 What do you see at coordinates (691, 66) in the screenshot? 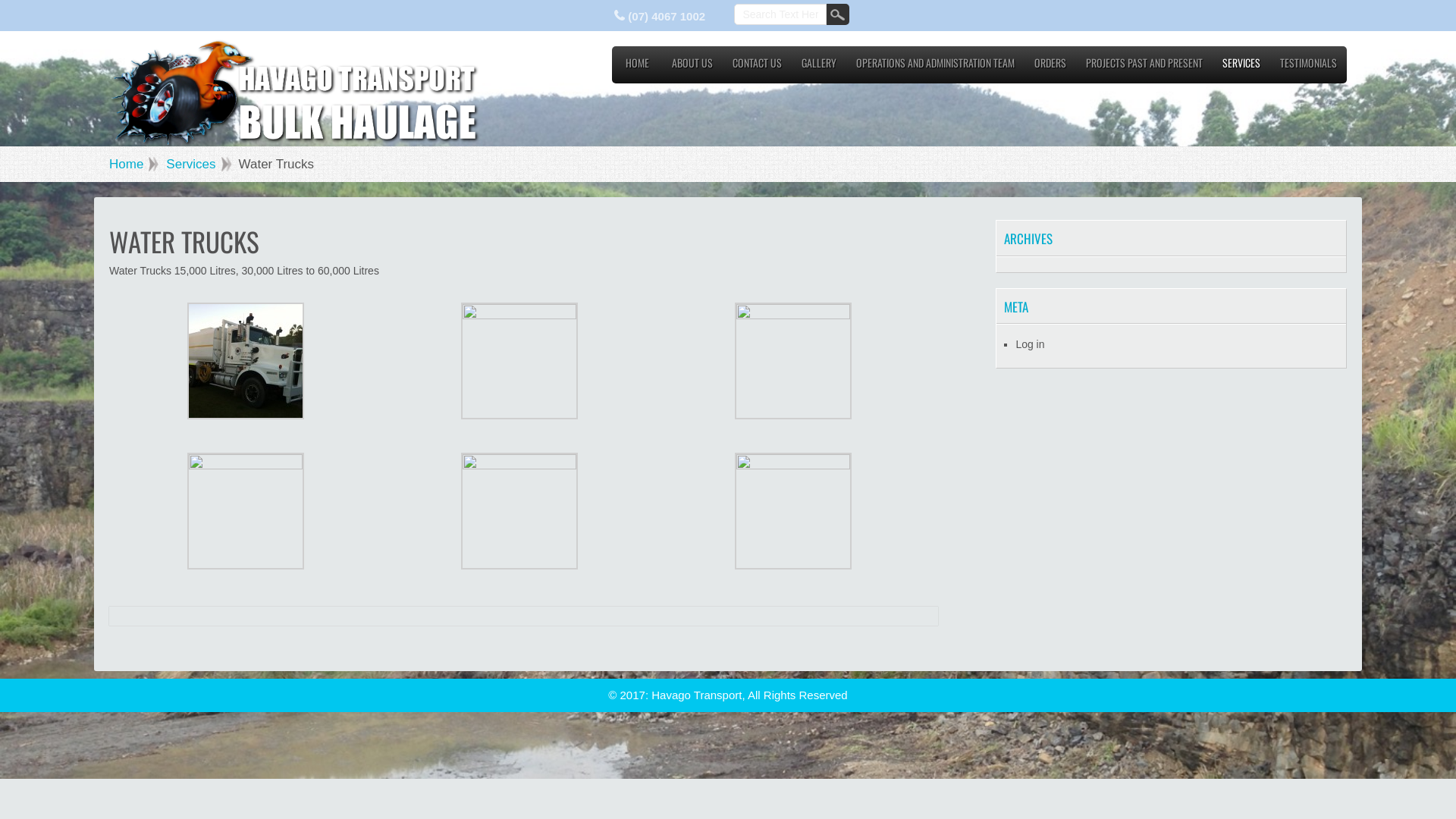
I see `'ABOUT US'` at bounding box center [691, 66].